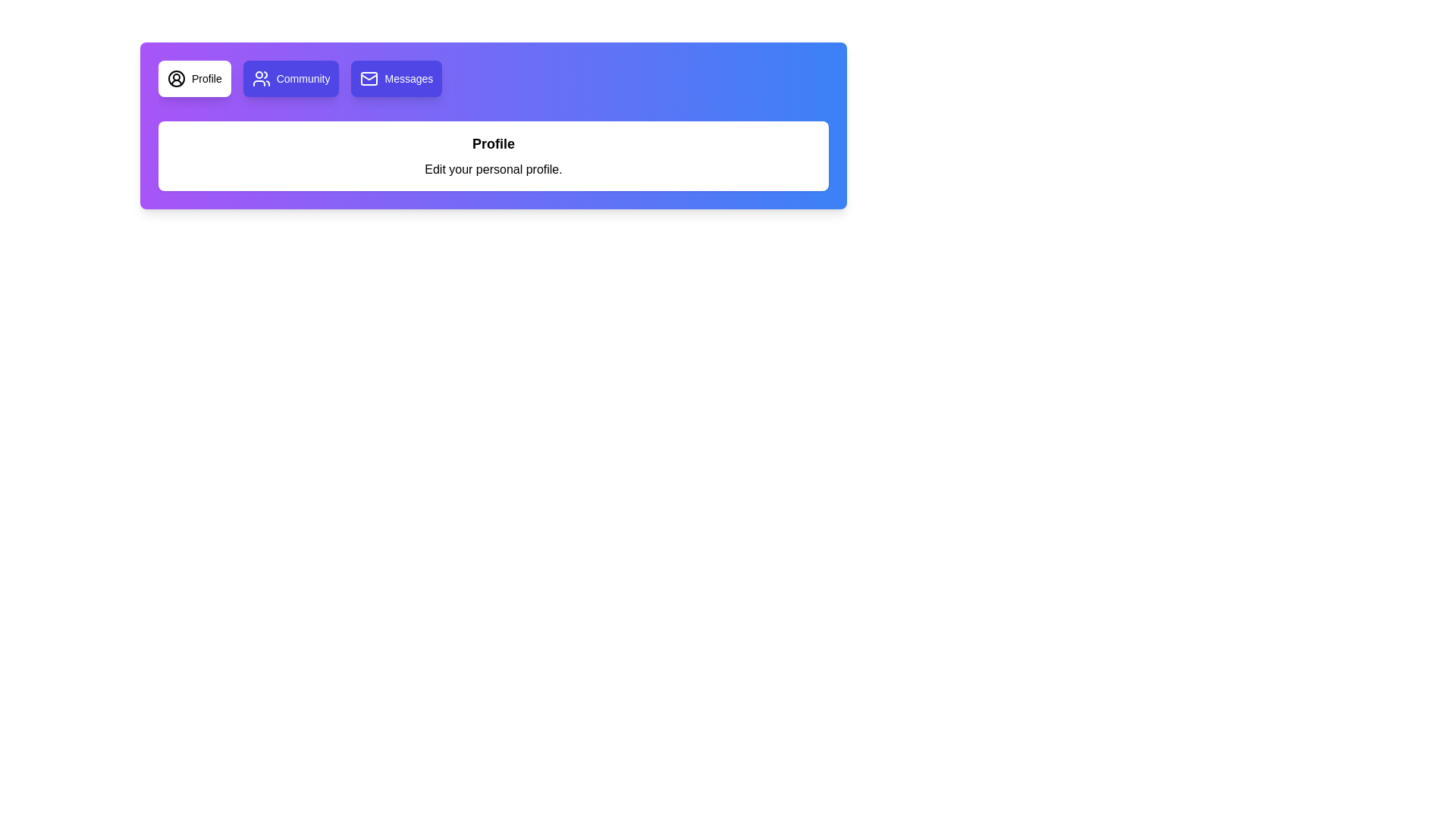 The width and height of the screenshot is (1456, 819). Describe the element at coordinates (193, 79) in the screenshot. I see `the tab labeled Profile to view its content` at that location.